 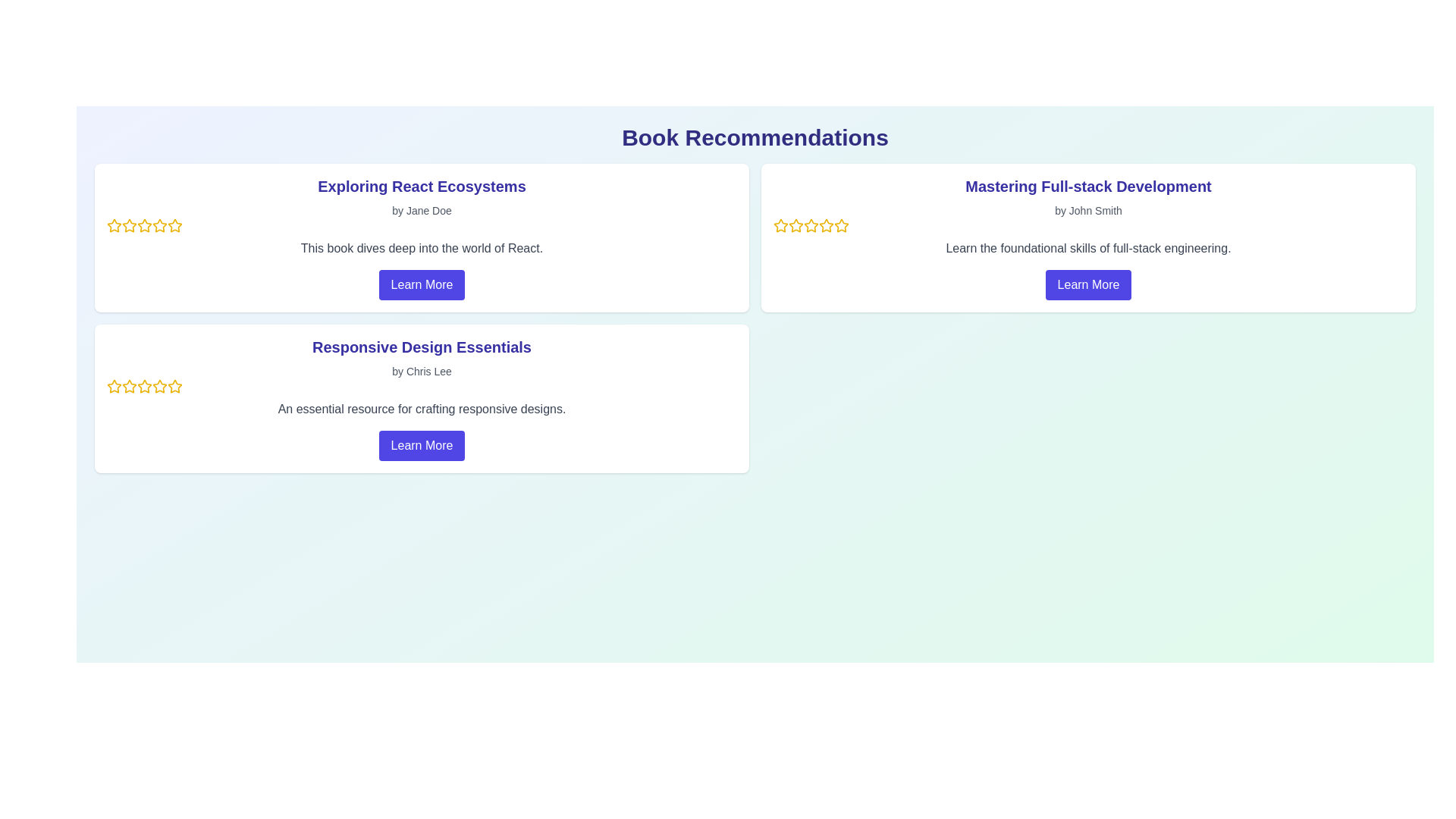 What do you see at coordinates (130, 225) in the screenshot?
I see `the first star in the rating component of the 'Exploring React Ecosystems' card` at bounding box center [130, 225].